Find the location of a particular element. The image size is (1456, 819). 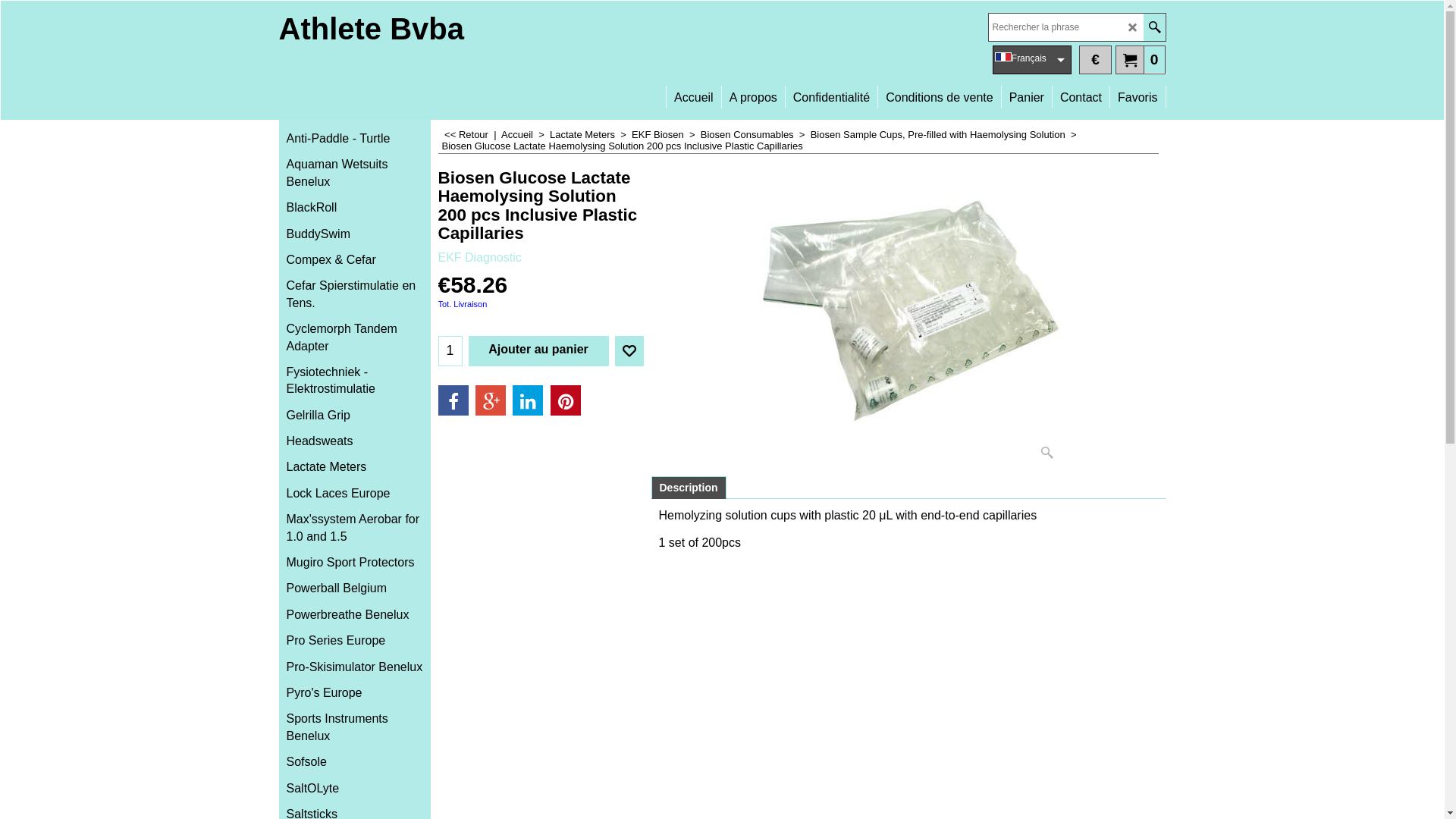

'Fysiotechniek - Elektrostimulatie' is located at coordinates (354, 380).